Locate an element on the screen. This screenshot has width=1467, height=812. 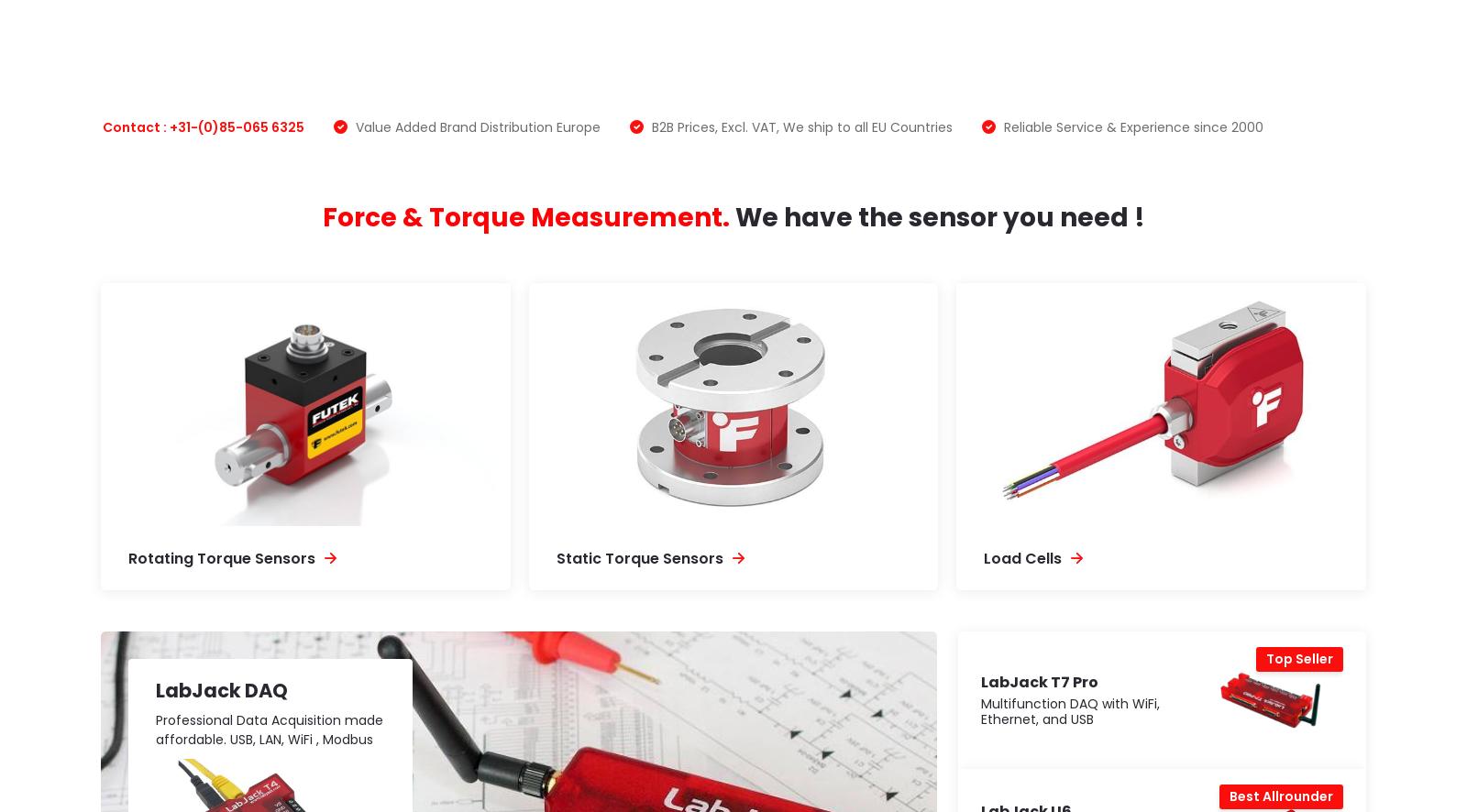
'Wilt u informatie ?' is located at coordinates (314, 674).